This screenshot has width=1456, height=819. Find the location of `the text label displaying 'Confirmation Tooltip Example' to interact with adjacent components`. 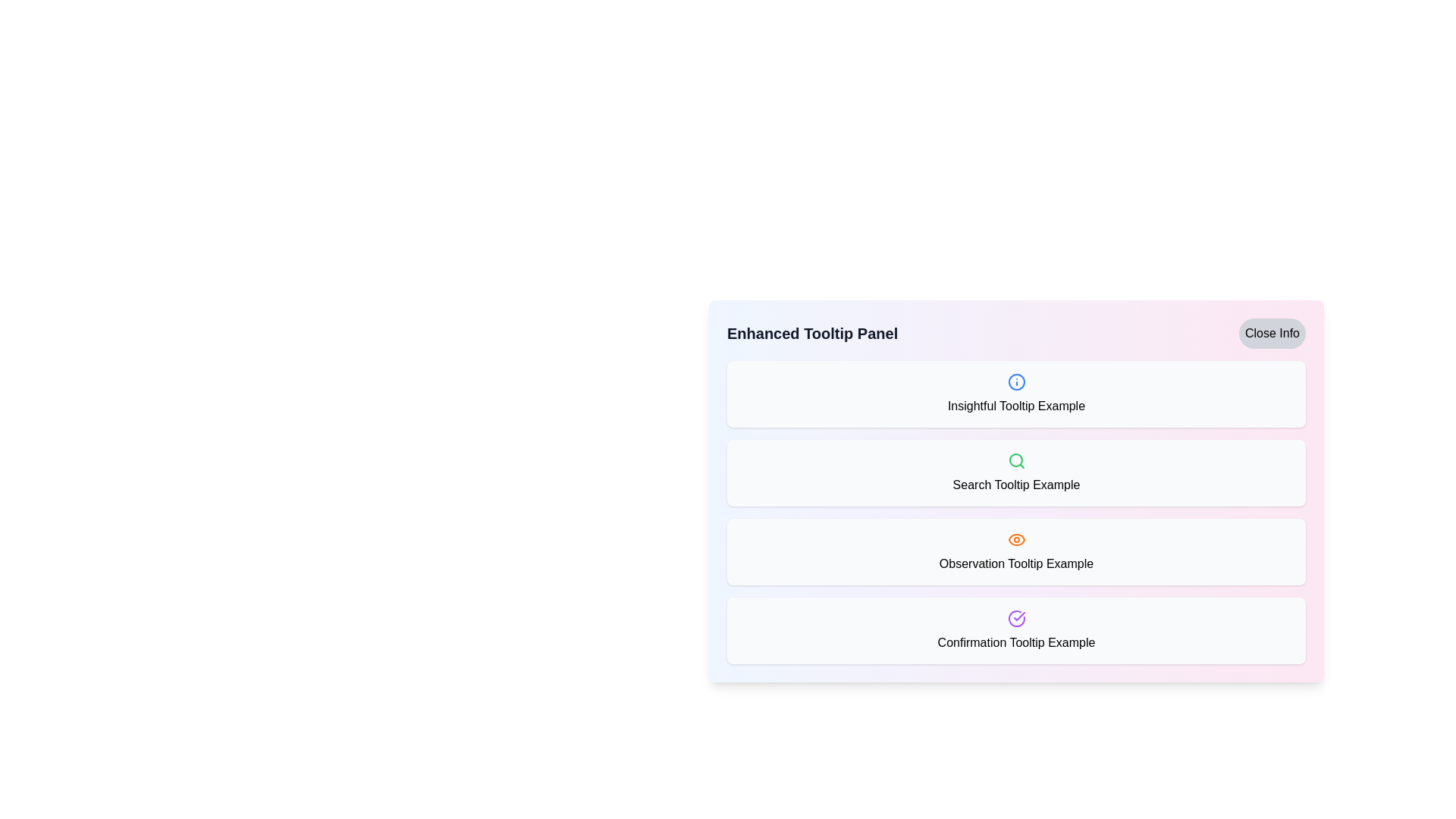

the text label displaying 'Confirmation Tooltip Example' to interact with adjacent components is located at coordinates (1016, 643).